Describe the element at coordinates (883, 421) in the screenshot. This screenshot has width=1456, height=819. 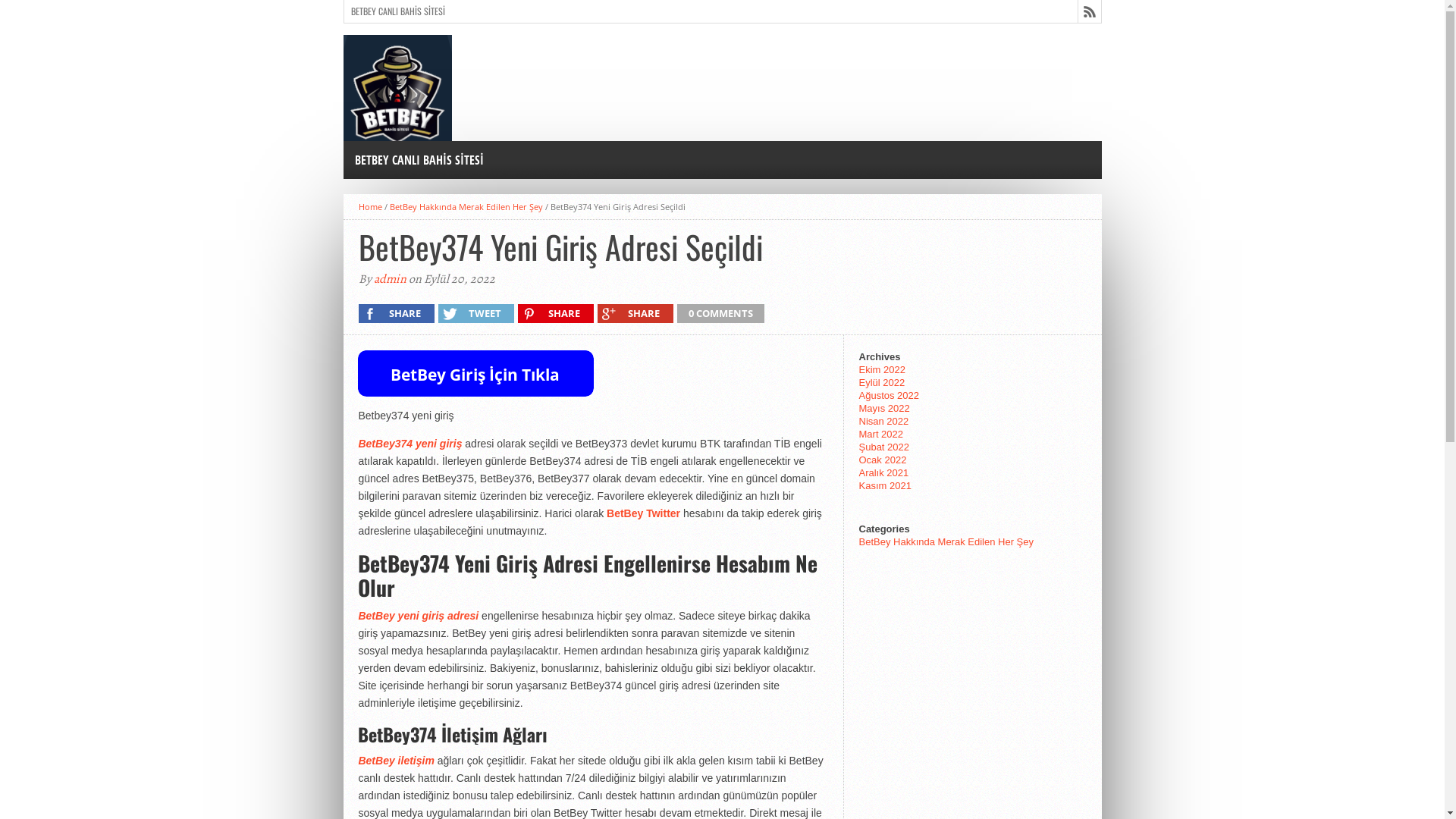
I see `'Nisan 2022'` at that location.